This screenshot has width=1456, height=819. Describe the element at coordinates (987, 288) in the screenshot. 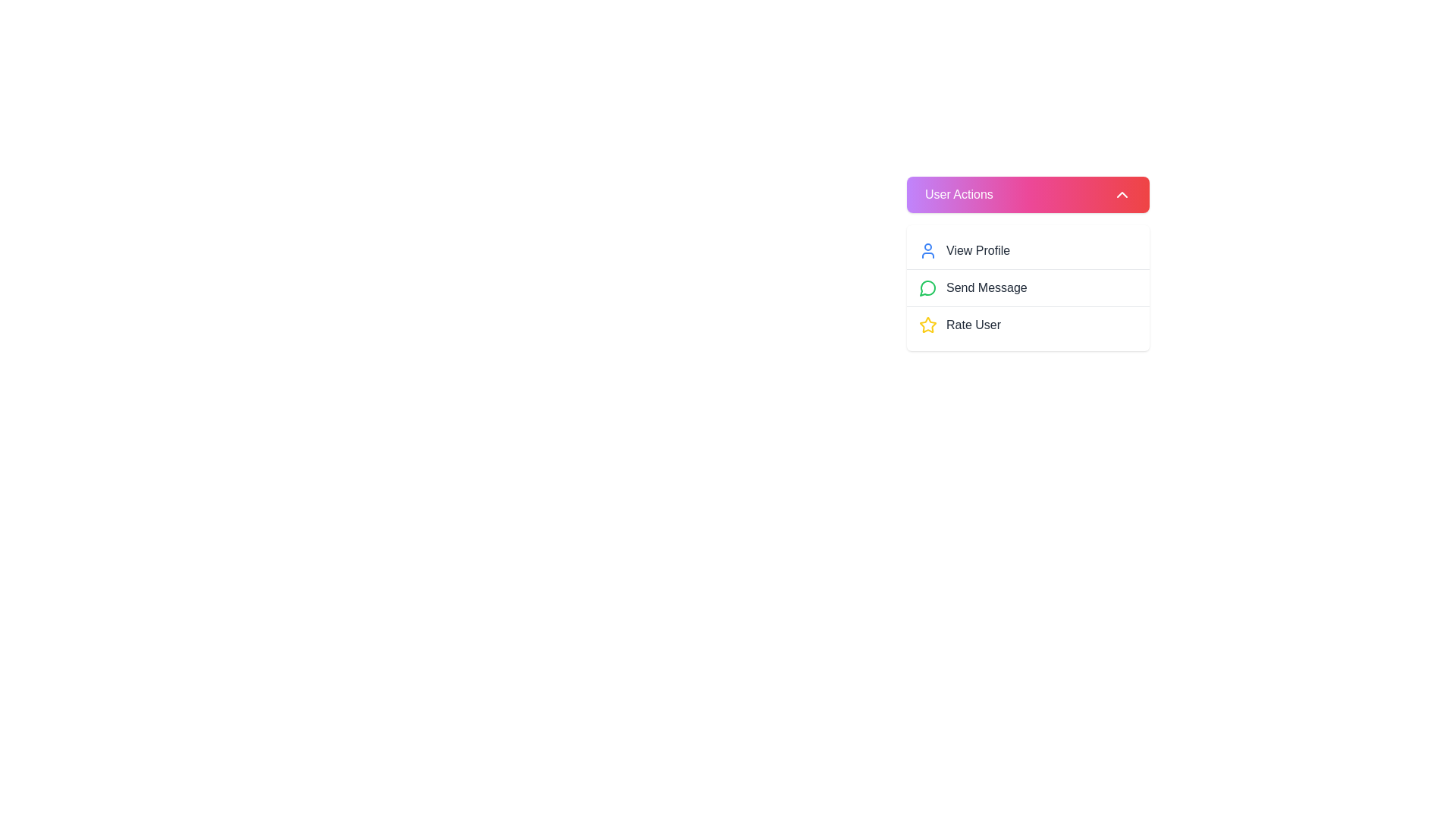

I see `the 'Send Message' text label, which is styled with medium font weight and a grayish tone, located in the 'User Actions' panel below 'View Profile' and above 'Rate User'` at that location.